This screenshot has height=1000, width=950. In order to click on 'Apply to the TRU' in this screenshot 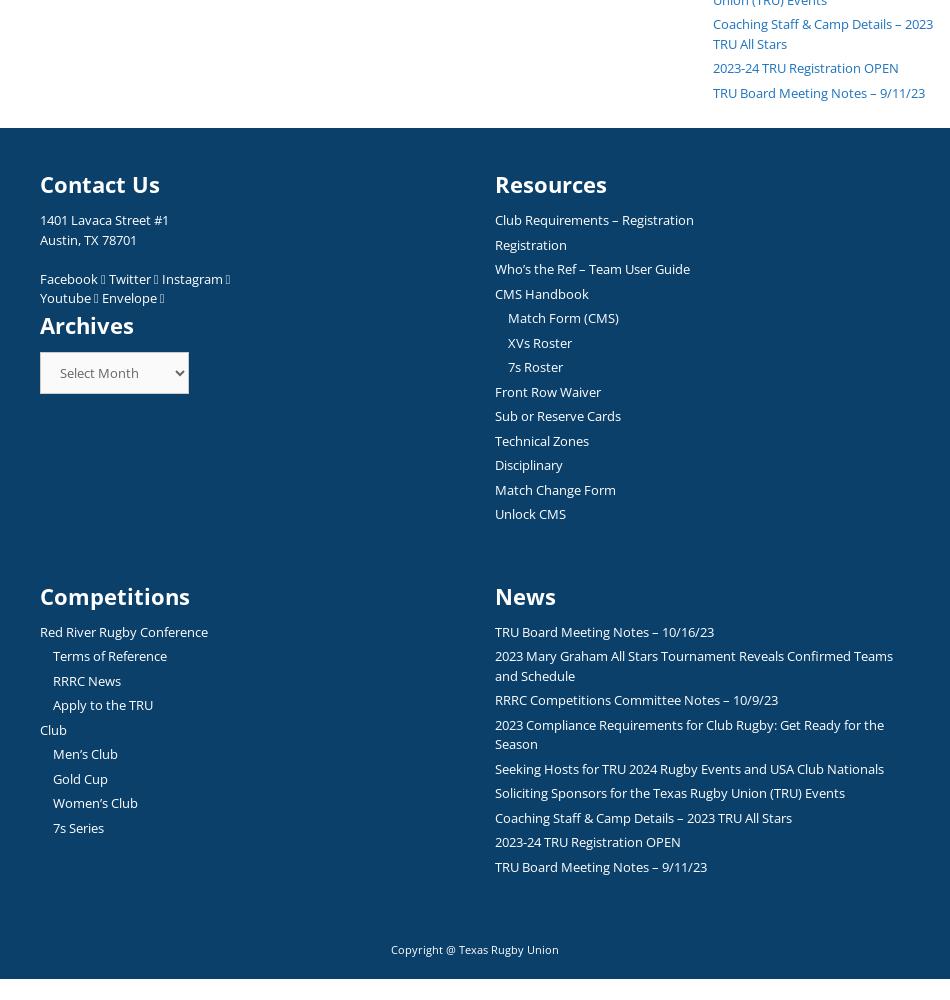, I will do `click(53, 704)`.